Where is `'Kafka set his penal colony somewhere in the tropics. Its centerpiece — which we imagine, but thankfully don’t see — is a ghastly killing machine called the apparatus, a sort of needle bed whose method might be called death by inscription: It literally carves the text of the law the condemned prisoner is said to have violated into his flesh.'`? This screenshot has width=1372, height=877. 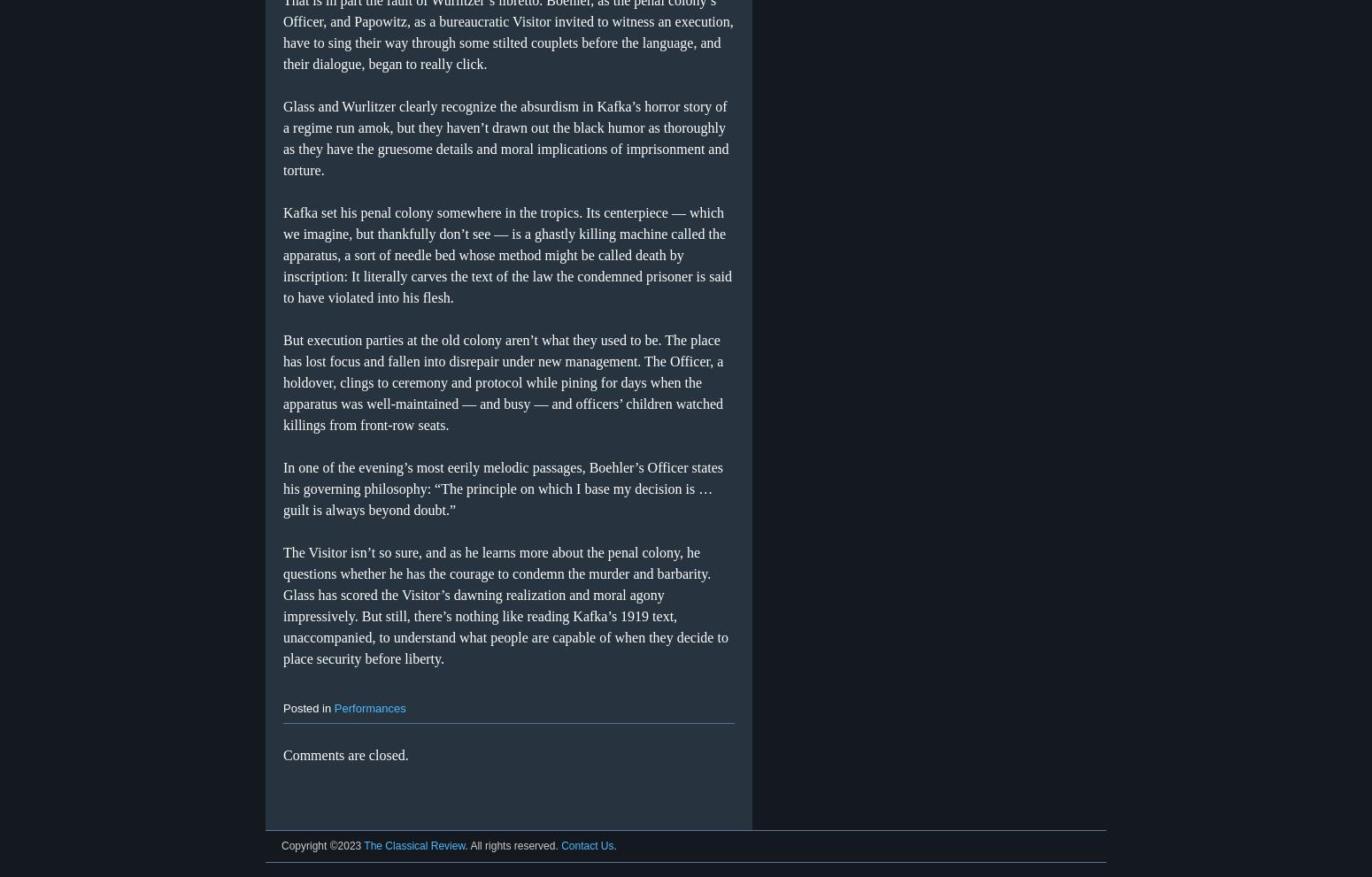 'Kafka set his penal colony somewhere in the tropics. Its centerpiece — which we imagine, but thankfully don’t see — is a ghastly killing machine called the apparatus, a sort of needle bed whose method might be called death by inscription: It literally carves the text of the law the condemned prisoner is said to have violated into his flesh.' is located at coordinates (282, 253).